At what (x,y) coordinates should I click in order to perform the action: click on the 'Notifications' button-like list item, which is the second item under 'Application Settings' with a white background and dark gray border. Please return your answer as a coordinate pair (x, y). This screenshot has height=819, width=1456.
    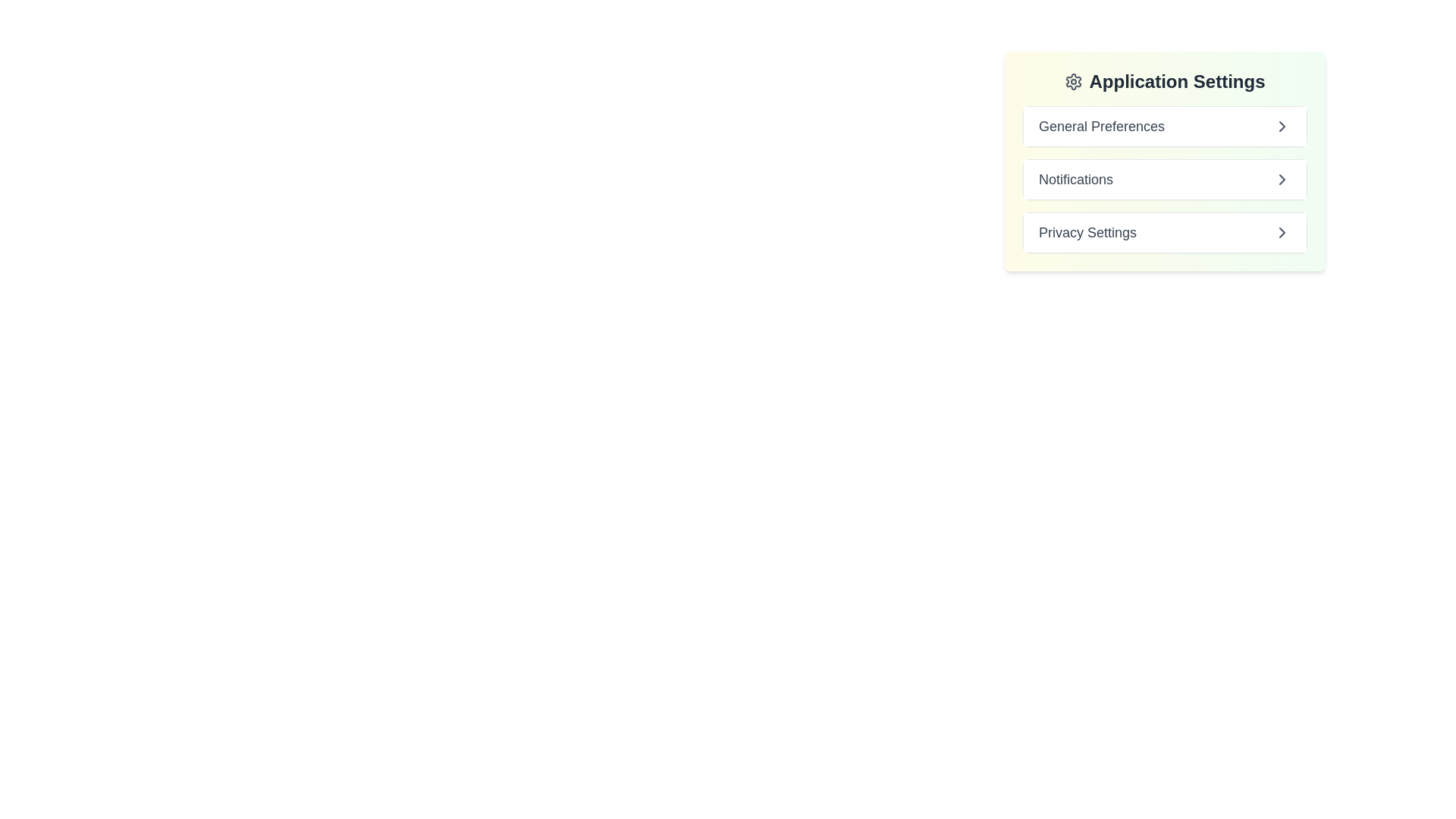
    Looking at the image, I should click on (1164, 178).